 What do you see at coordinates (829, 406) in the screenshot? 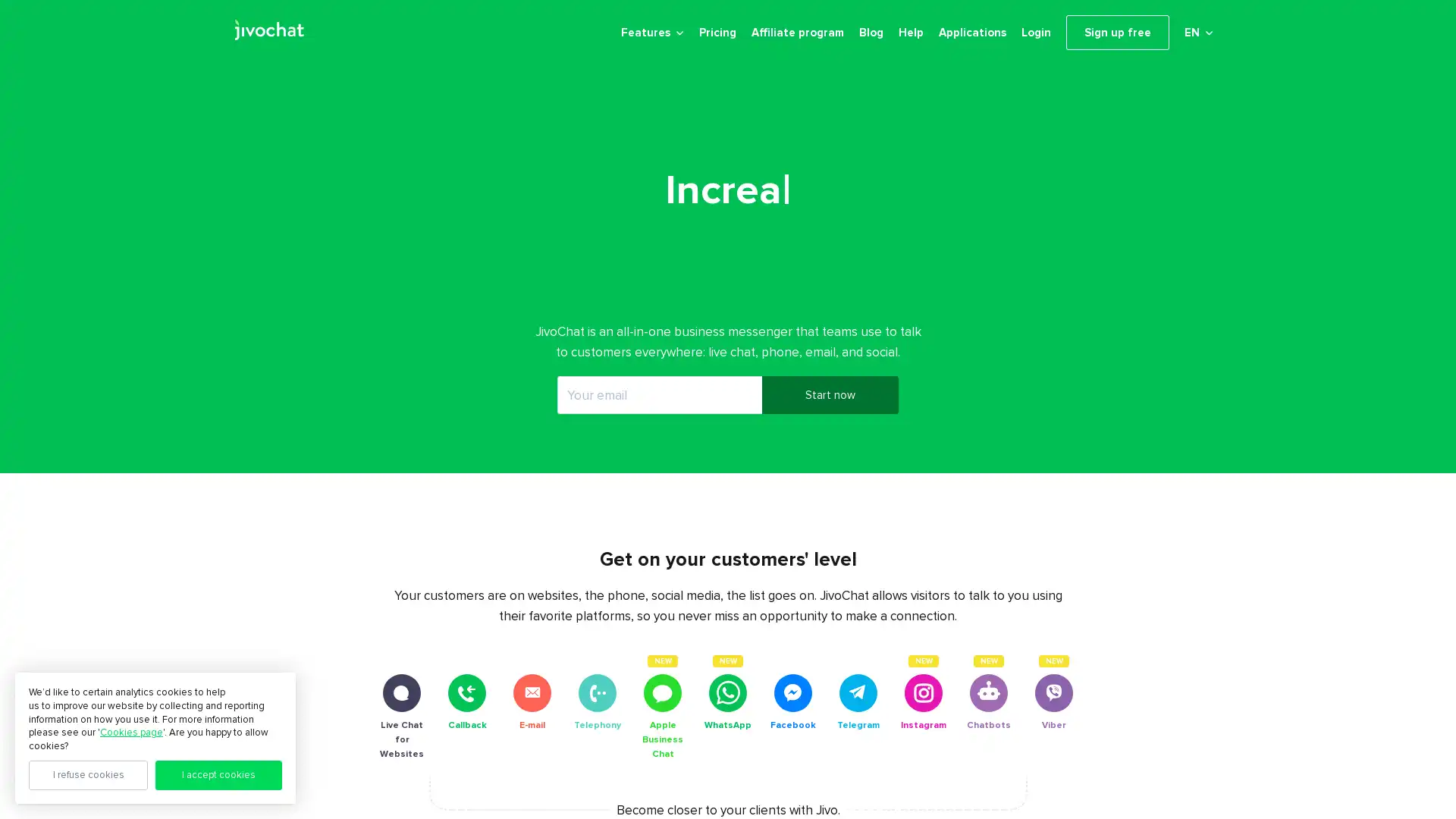
I see `Start now` at bounding box center [829, 406].